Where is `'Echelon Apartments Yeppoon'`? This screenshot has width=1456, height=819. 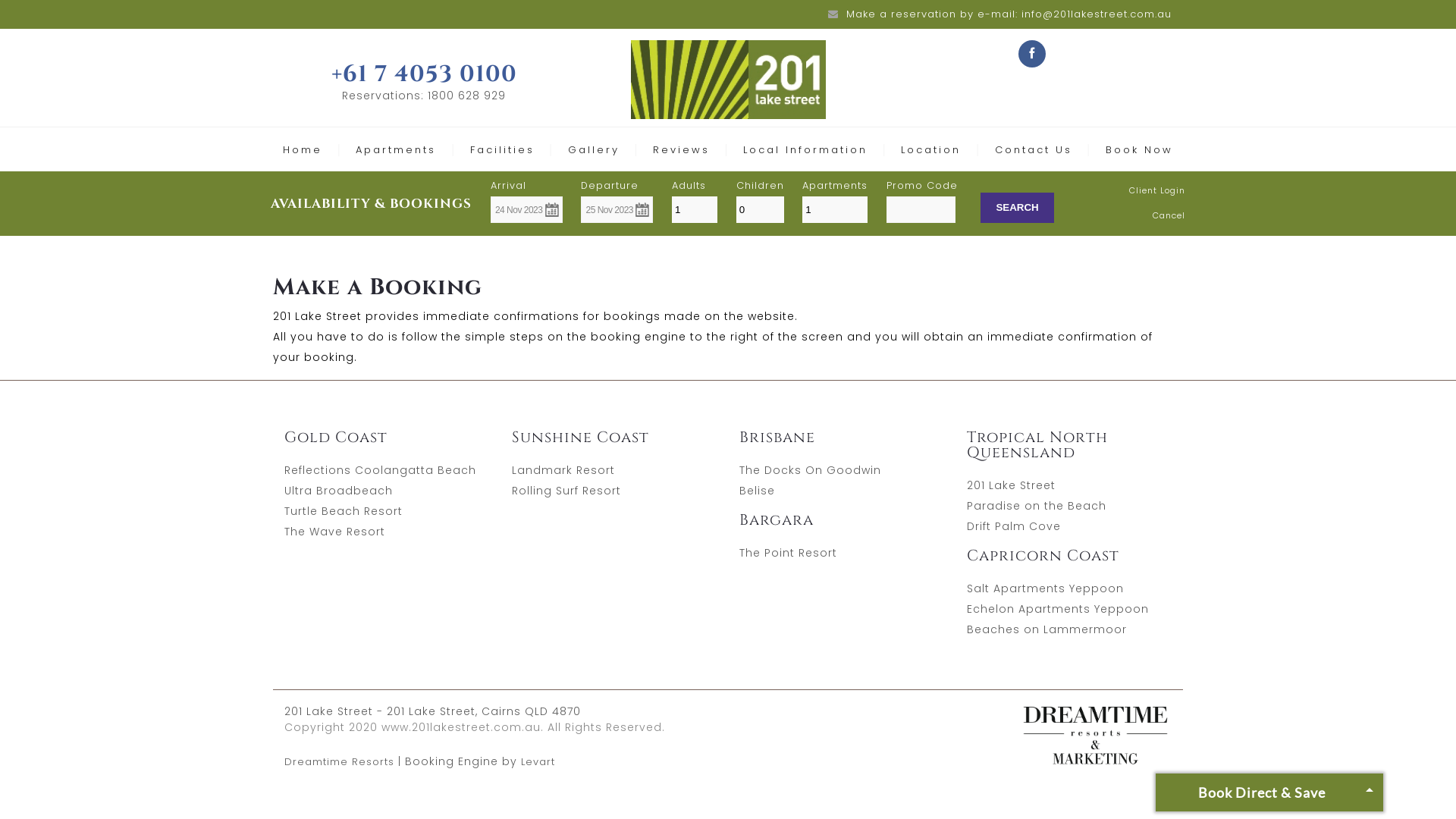
'Echelon Apartments Yeppoon' is located at coordinates (966, 607).